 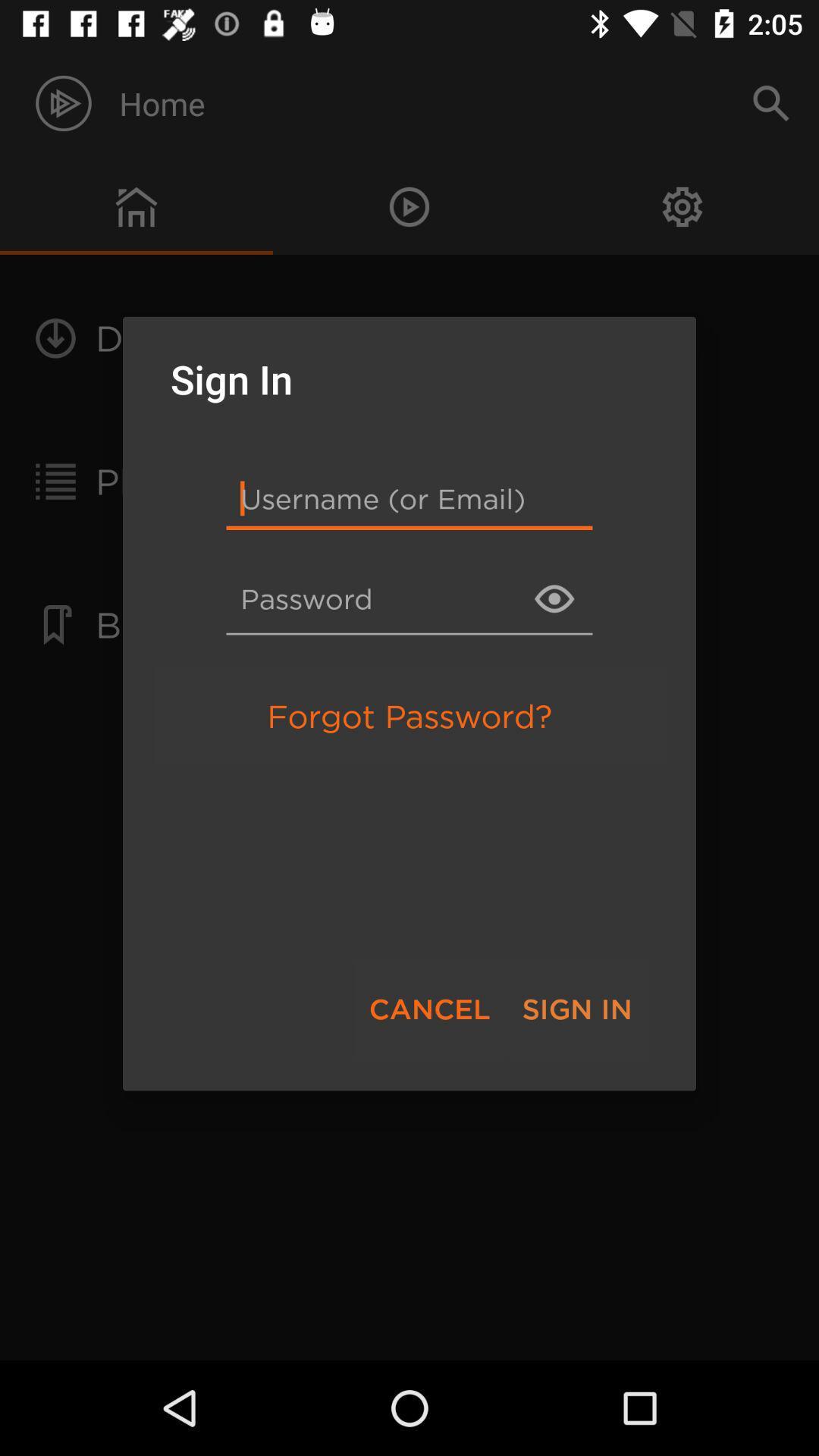 What do you see at coordinates (429, 1009) in the screenshot?
I see `the cancel` at bounding box center [429, 1009].